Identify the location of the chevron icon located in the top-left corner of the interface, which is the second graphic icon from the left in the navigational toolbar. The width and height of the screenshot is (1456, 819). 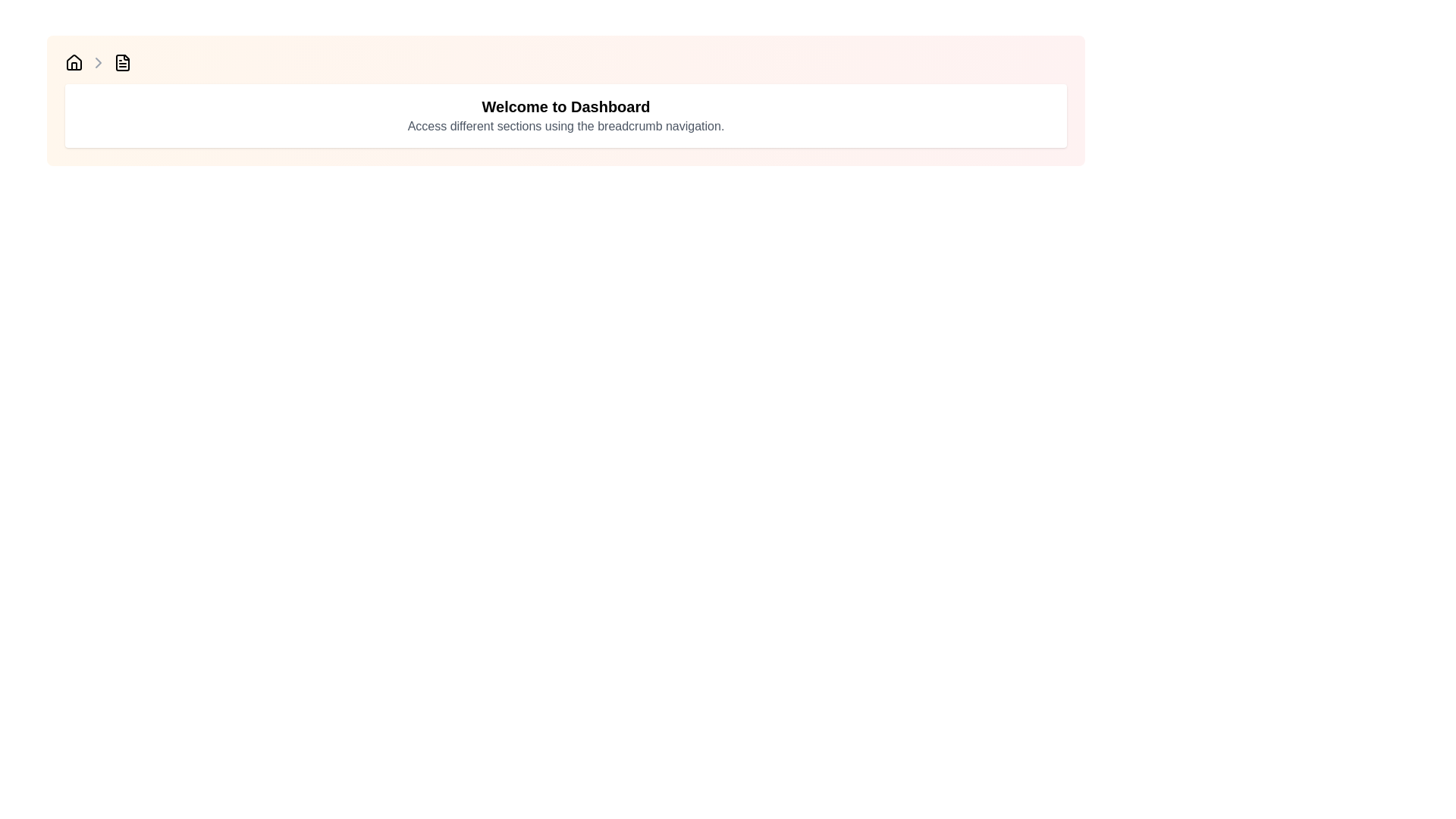
(97, 62).